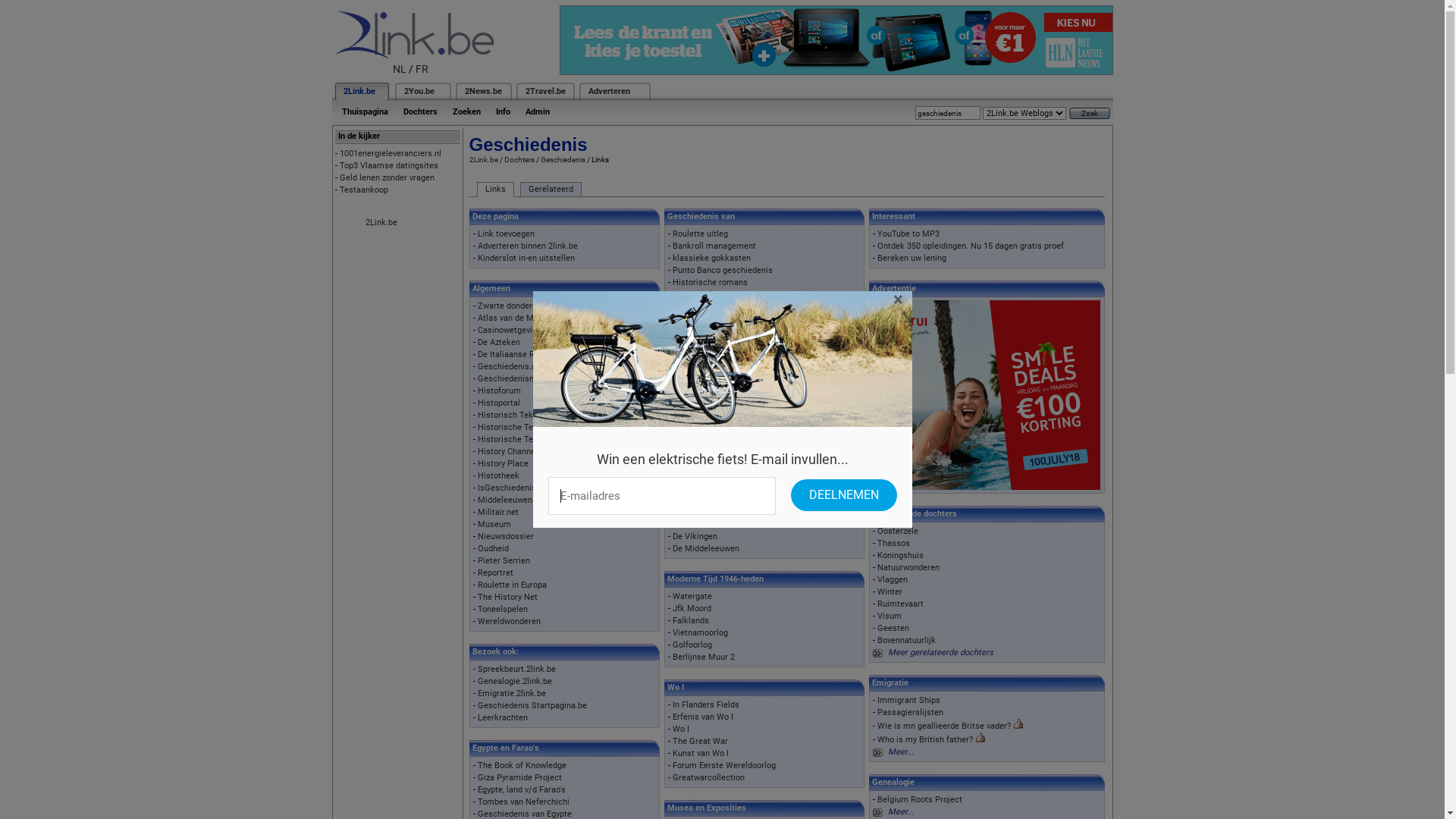  I want to click on 'Watergate', so click(672, 595).